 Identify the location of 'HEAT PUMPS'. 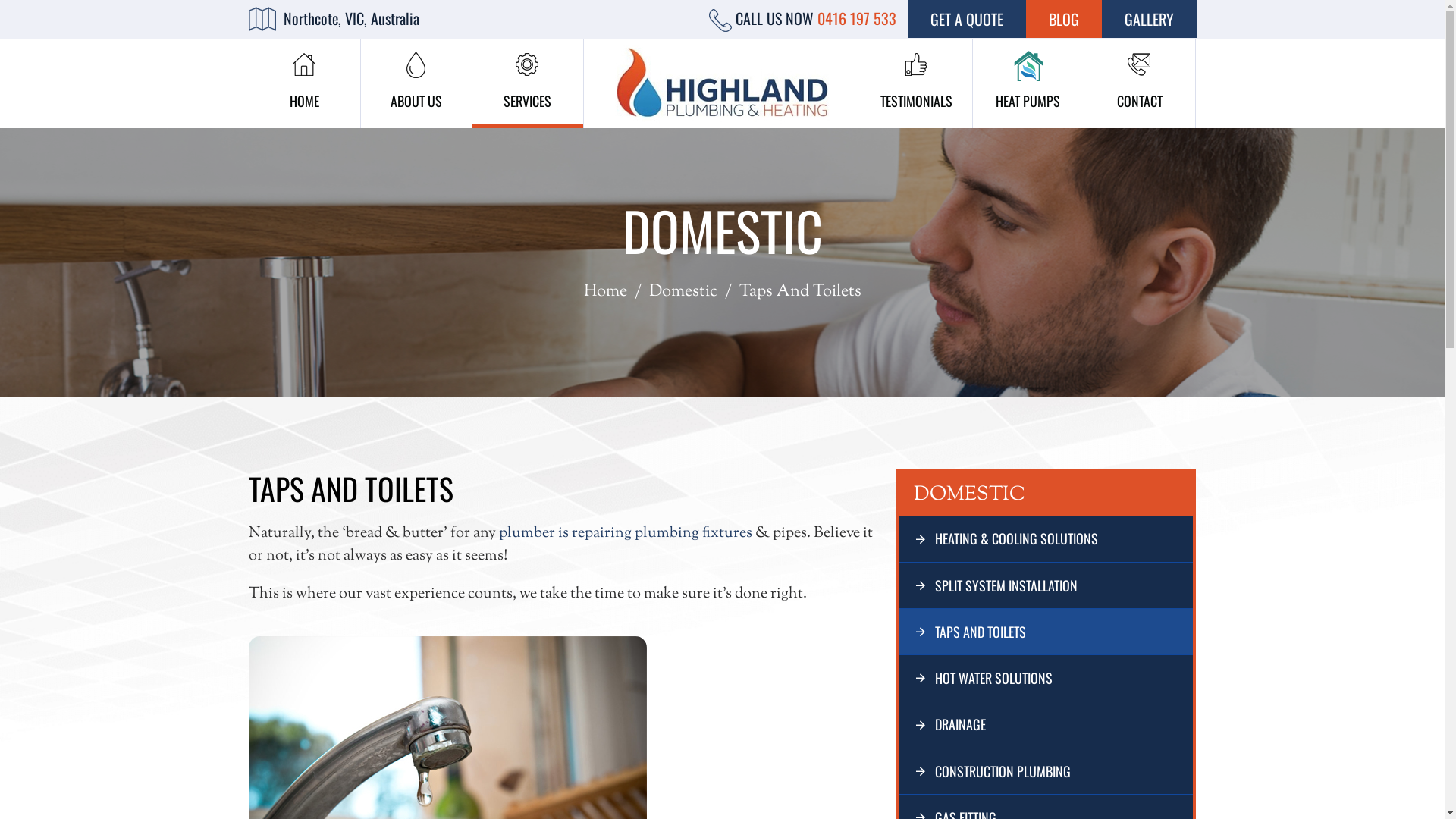
(1027, 83).